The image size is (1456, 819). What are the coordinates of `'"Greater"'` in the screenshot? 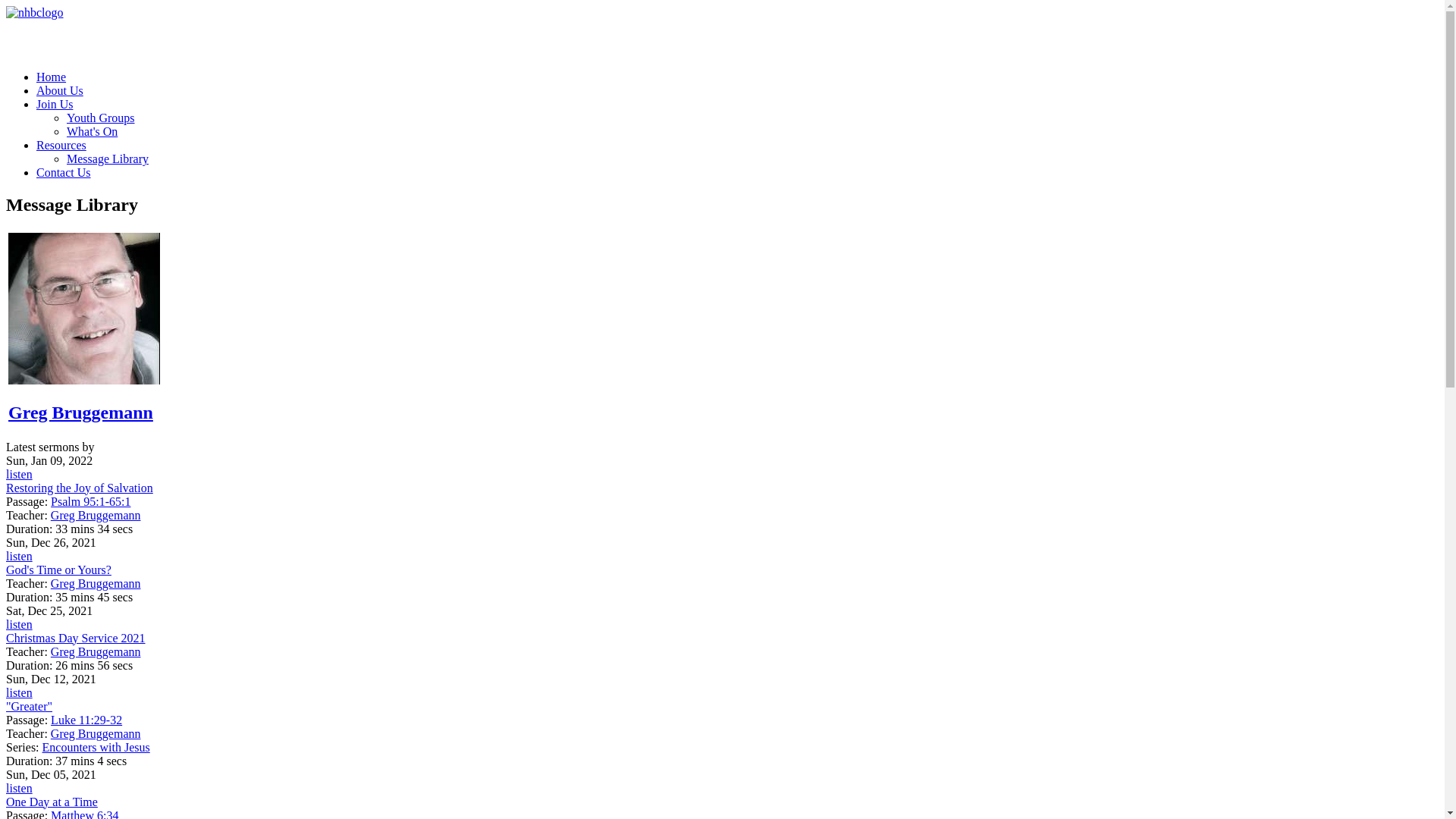 It's located at (29, 706).